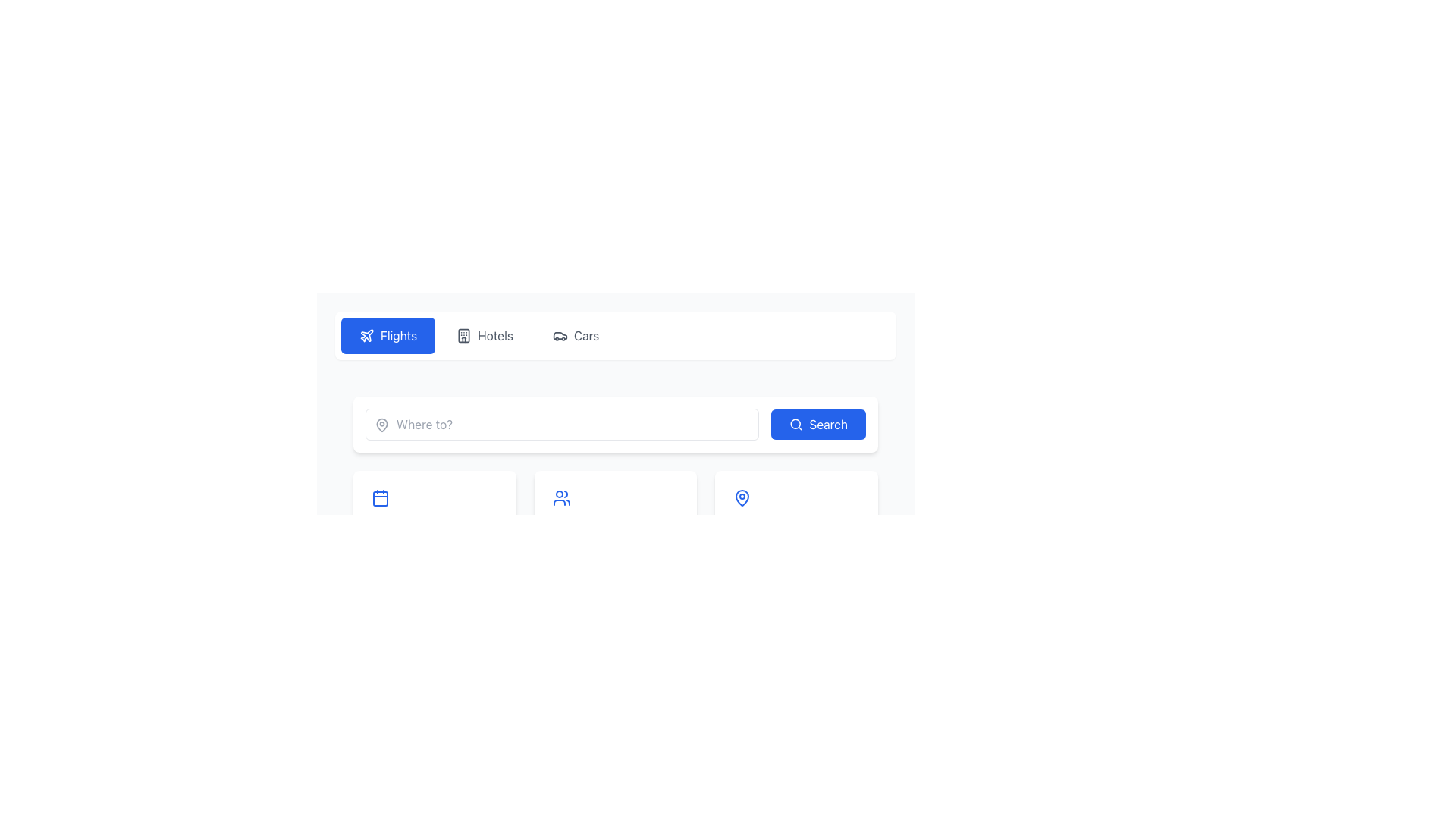 The width and height of the screenshot is (1456, 819). What do you see at coordinates (560, 497) in the screenshot?
I see `the group booking icon located at the top-left of the 'Group Booking' card, which indicates special rates for 9+ travelers` at bounding box center [560, 497].